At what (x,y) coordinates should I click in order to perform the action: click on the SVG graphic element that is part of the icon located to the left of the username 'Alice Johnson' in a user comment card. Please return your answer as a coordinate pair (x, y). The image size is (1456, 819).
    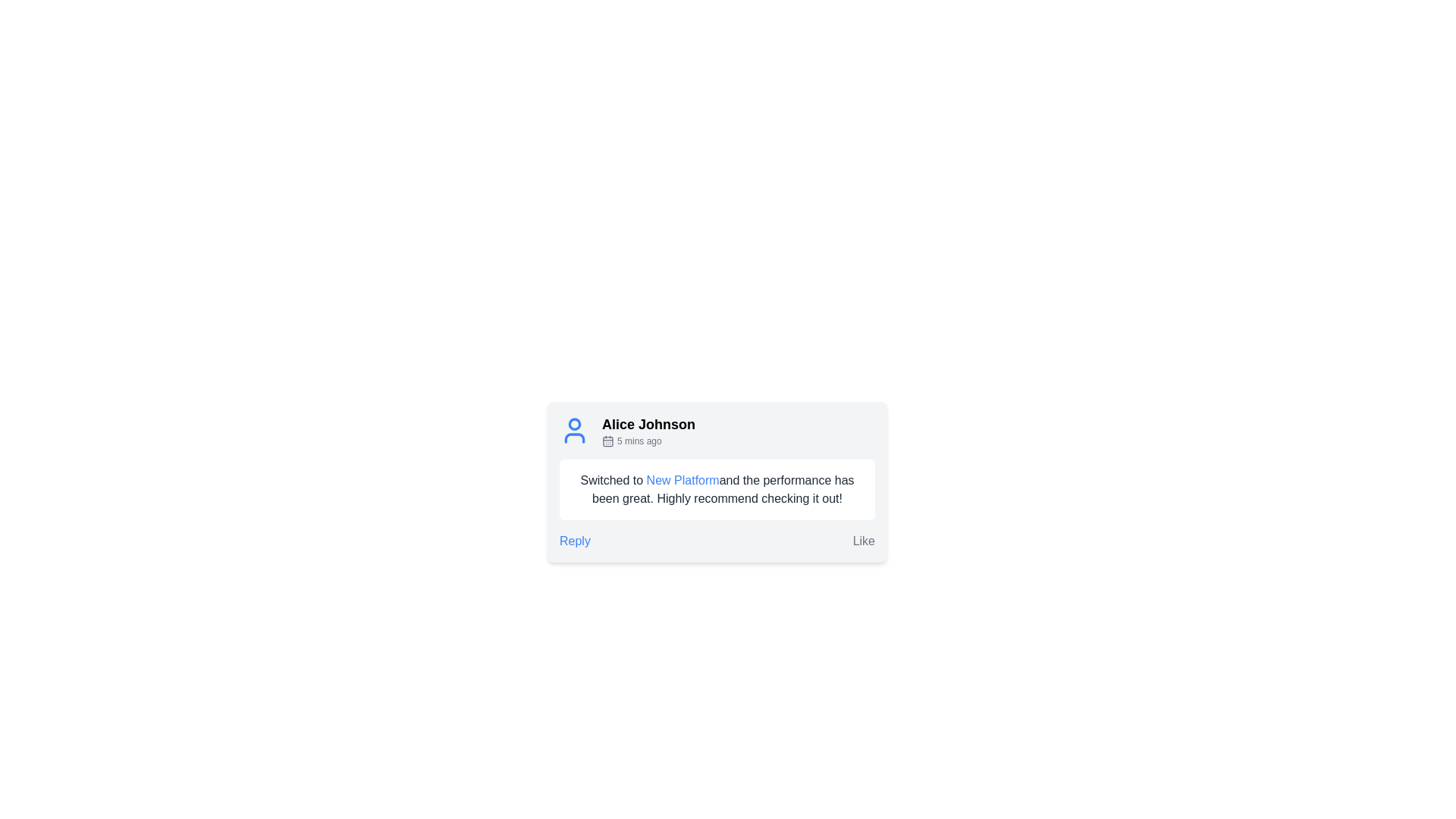
    Looking at the image, I should click on (607, 441).